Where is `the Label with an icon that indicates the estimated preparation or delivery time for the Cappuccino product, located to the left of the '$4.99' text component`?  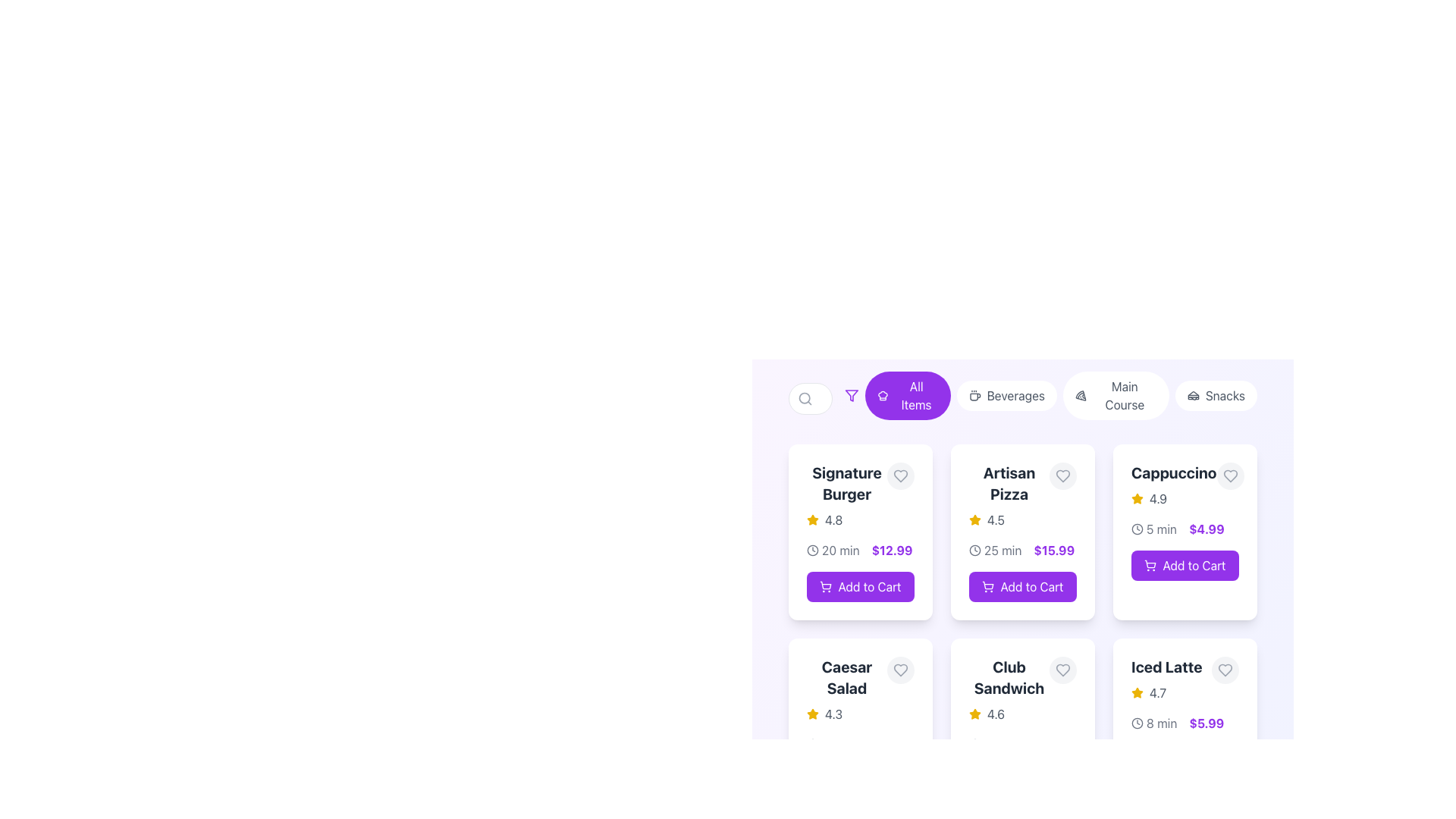 the Label with an icon that indicates the estimated preparation or delivery time for the Cappuccino product, located to the left of the '$4.99' text component is located at coordinates (1153, 529).